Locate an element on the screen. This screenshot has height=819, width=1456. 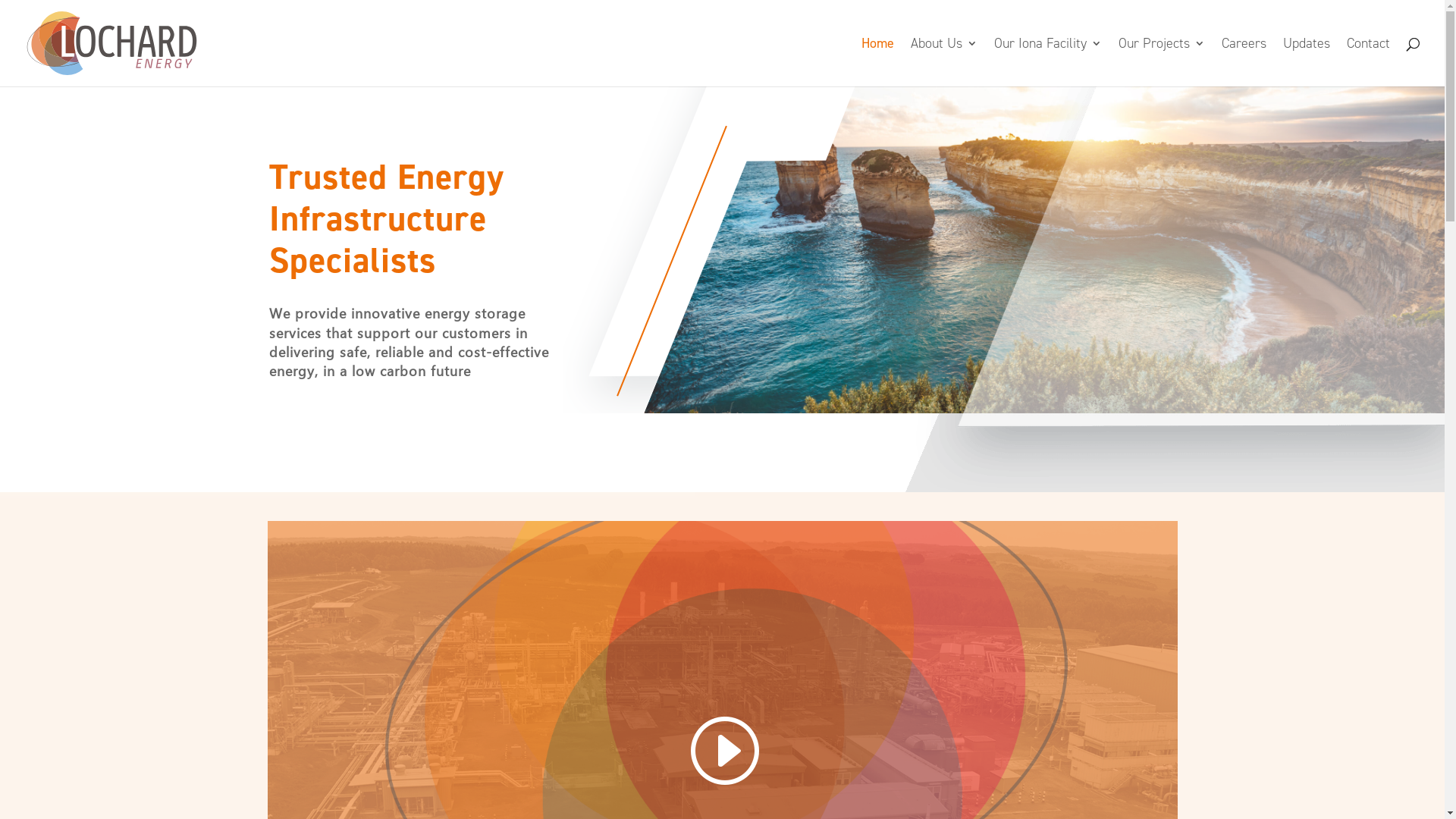
'Home' is located at coordinates (877, 61).